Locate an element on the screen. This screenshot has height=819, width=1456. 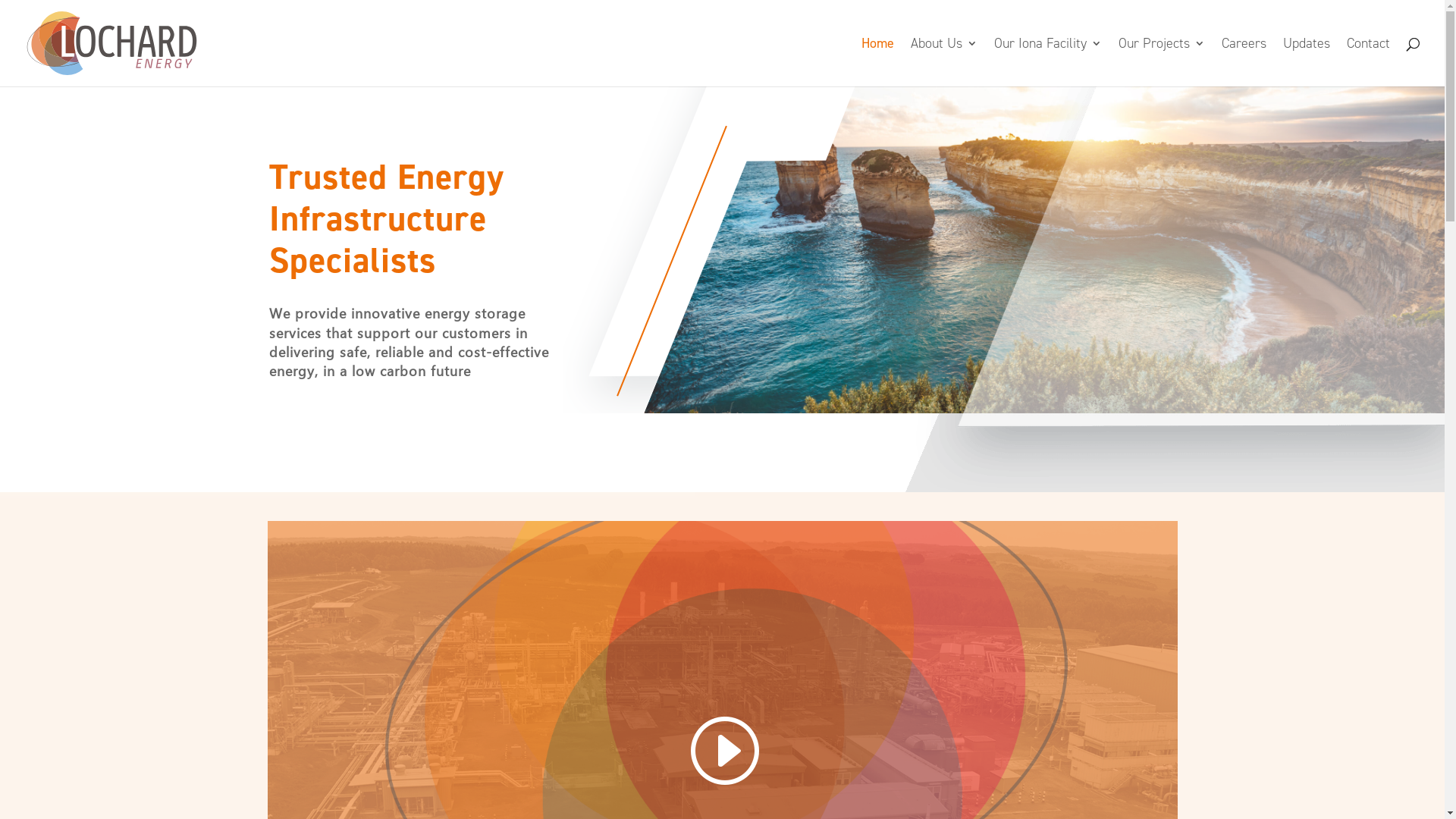
'Home' is located at coordinates (877, 61).